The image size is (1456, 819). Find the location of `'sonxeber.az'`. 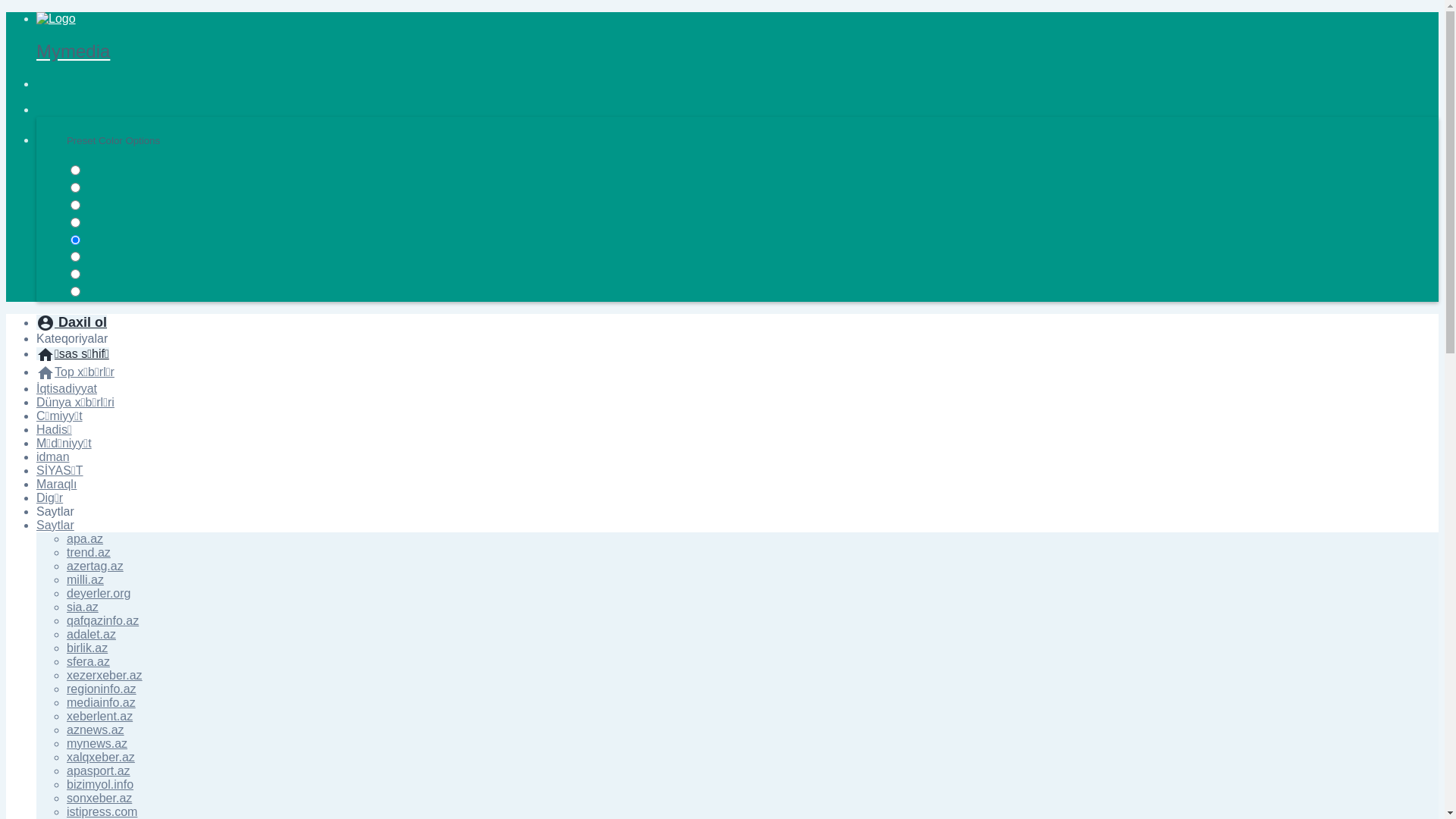

'sonxeber.az' is located at coordinates (98, 797).